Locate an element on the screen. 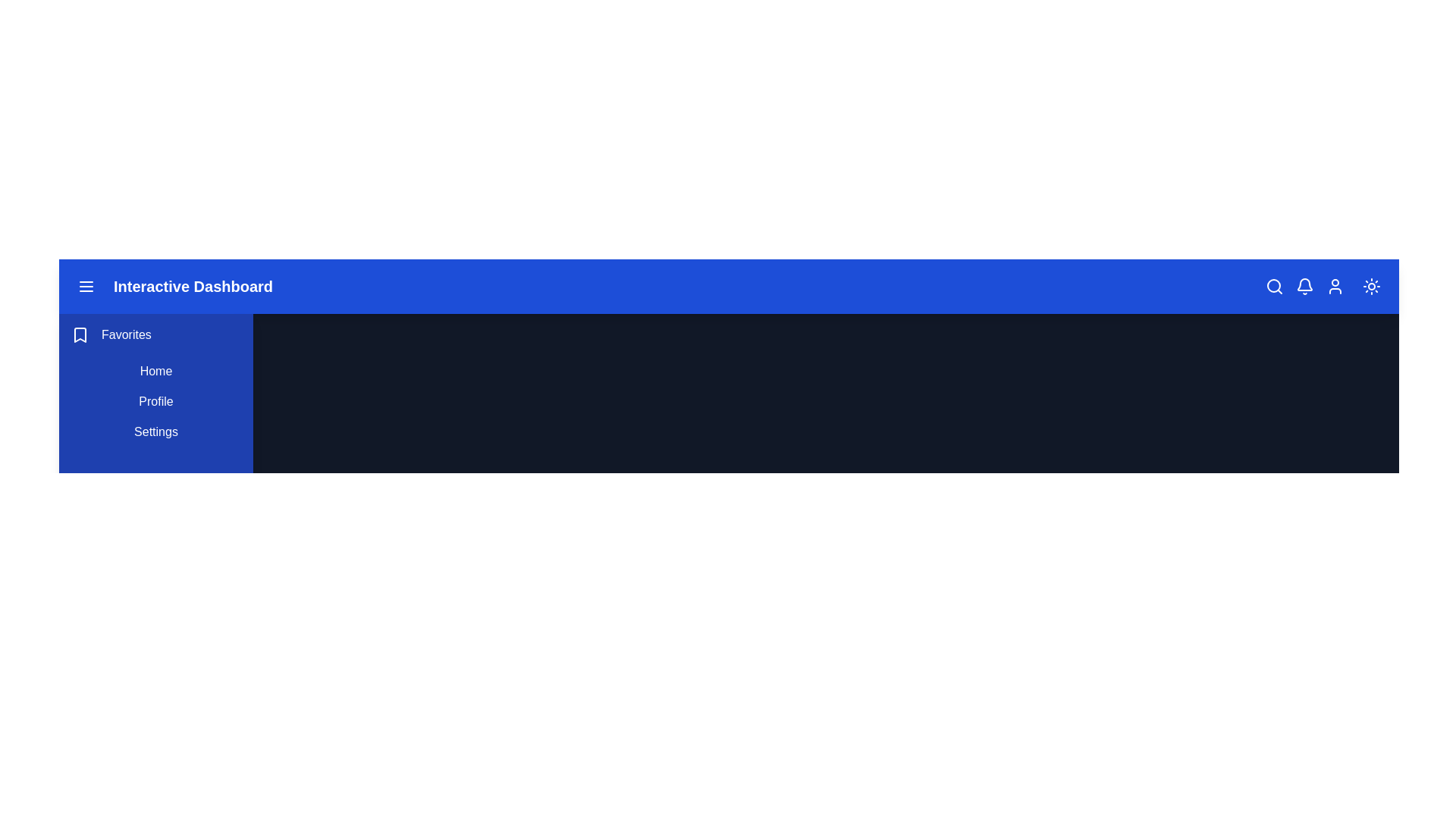 The image size is (1456, 819). the 'Profile' menu item in the sidebar to navigate to the 'Profile' section is located at coordinates (156, 400).